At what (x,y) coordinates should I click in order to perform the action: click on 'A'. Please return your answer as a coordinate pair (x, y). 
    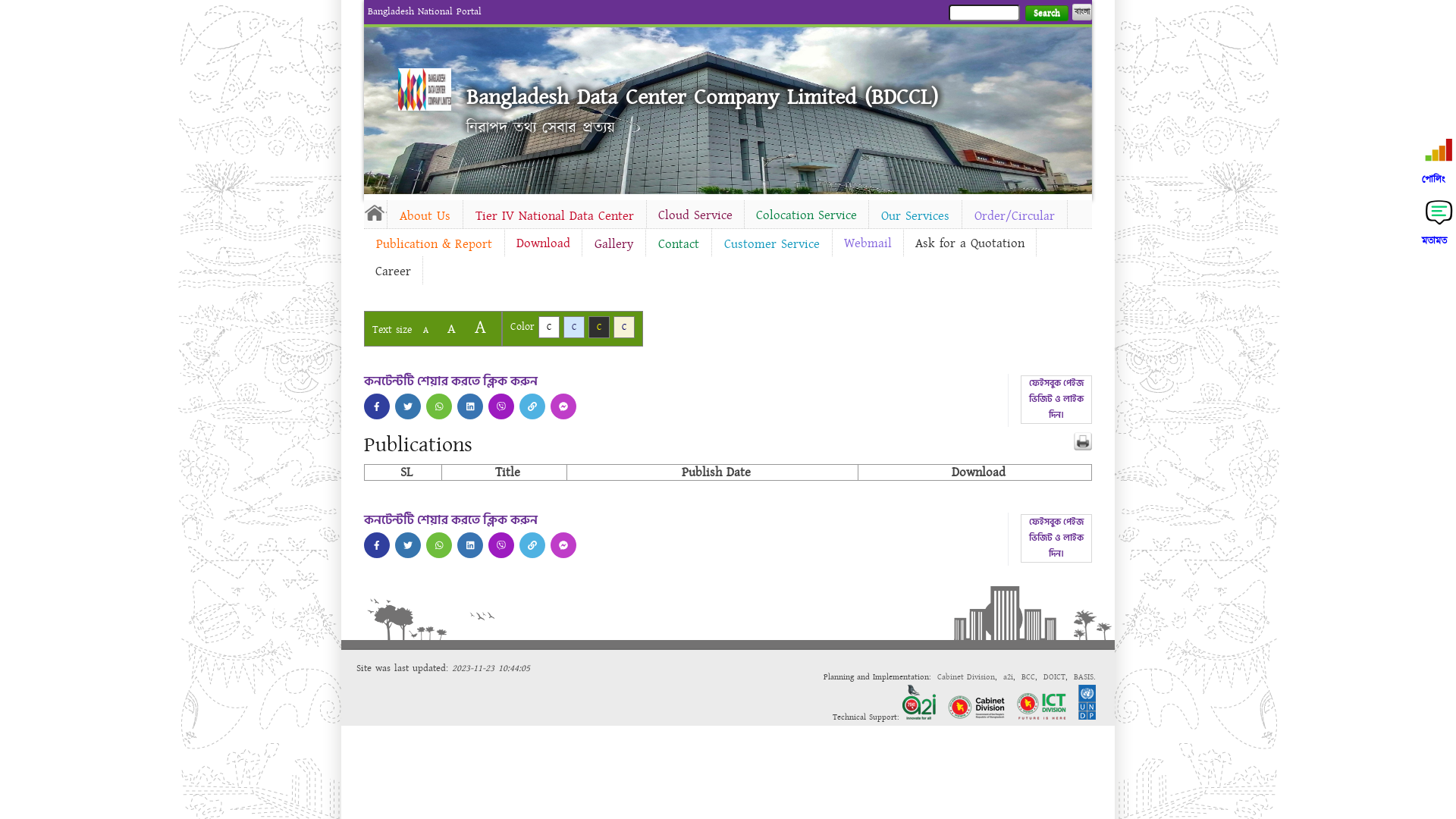
    Looking at the image, I should click on (450, 328).